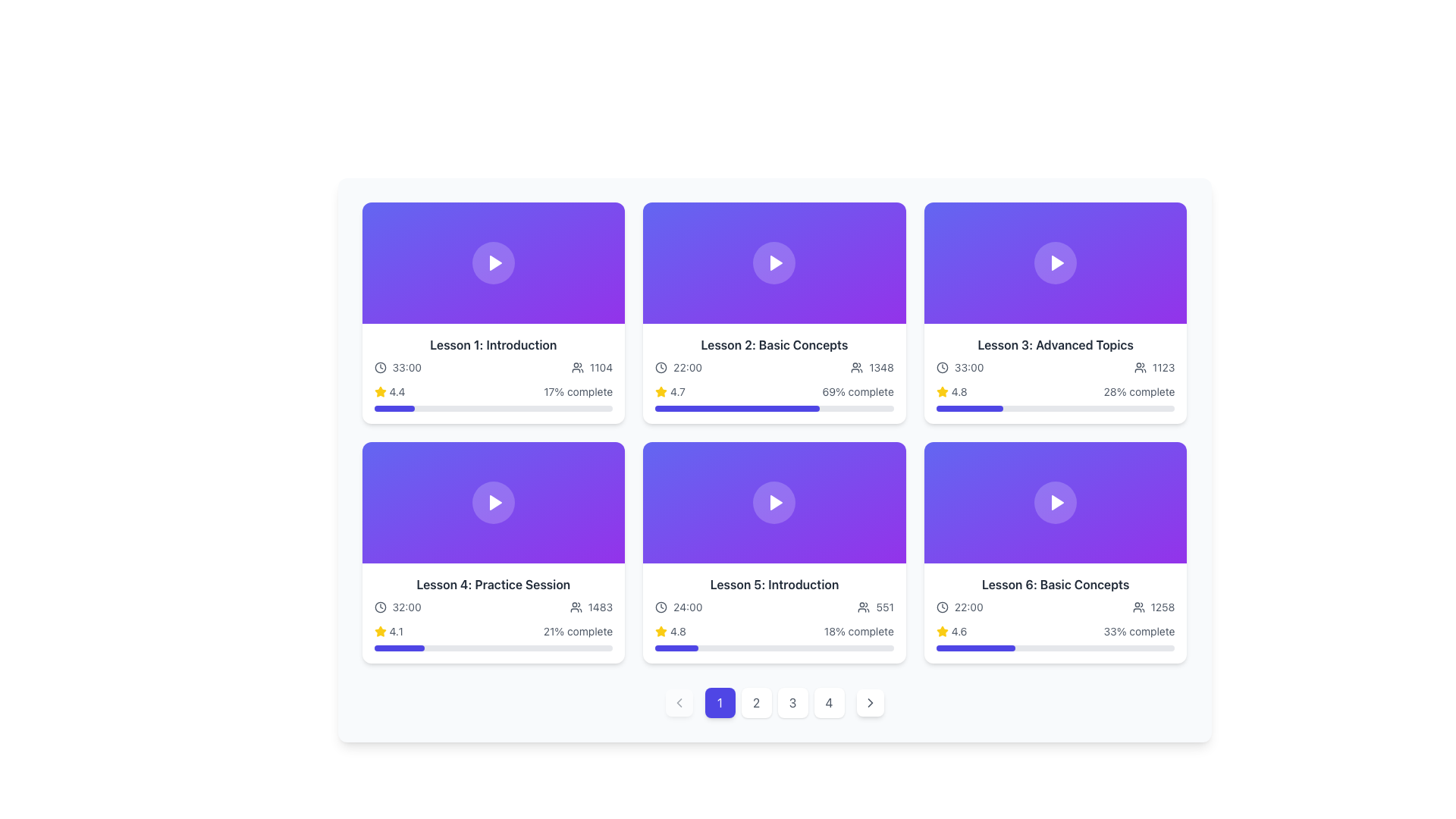 The image size is (1456, 819). Describe the element at coordinates (493, 408) in the screenshot. I see `the progress bar indicating '17% complete' for 'Lesson 1: Introduction', which is styled with a light gray background and an indigo blue progress indicator` at that location.